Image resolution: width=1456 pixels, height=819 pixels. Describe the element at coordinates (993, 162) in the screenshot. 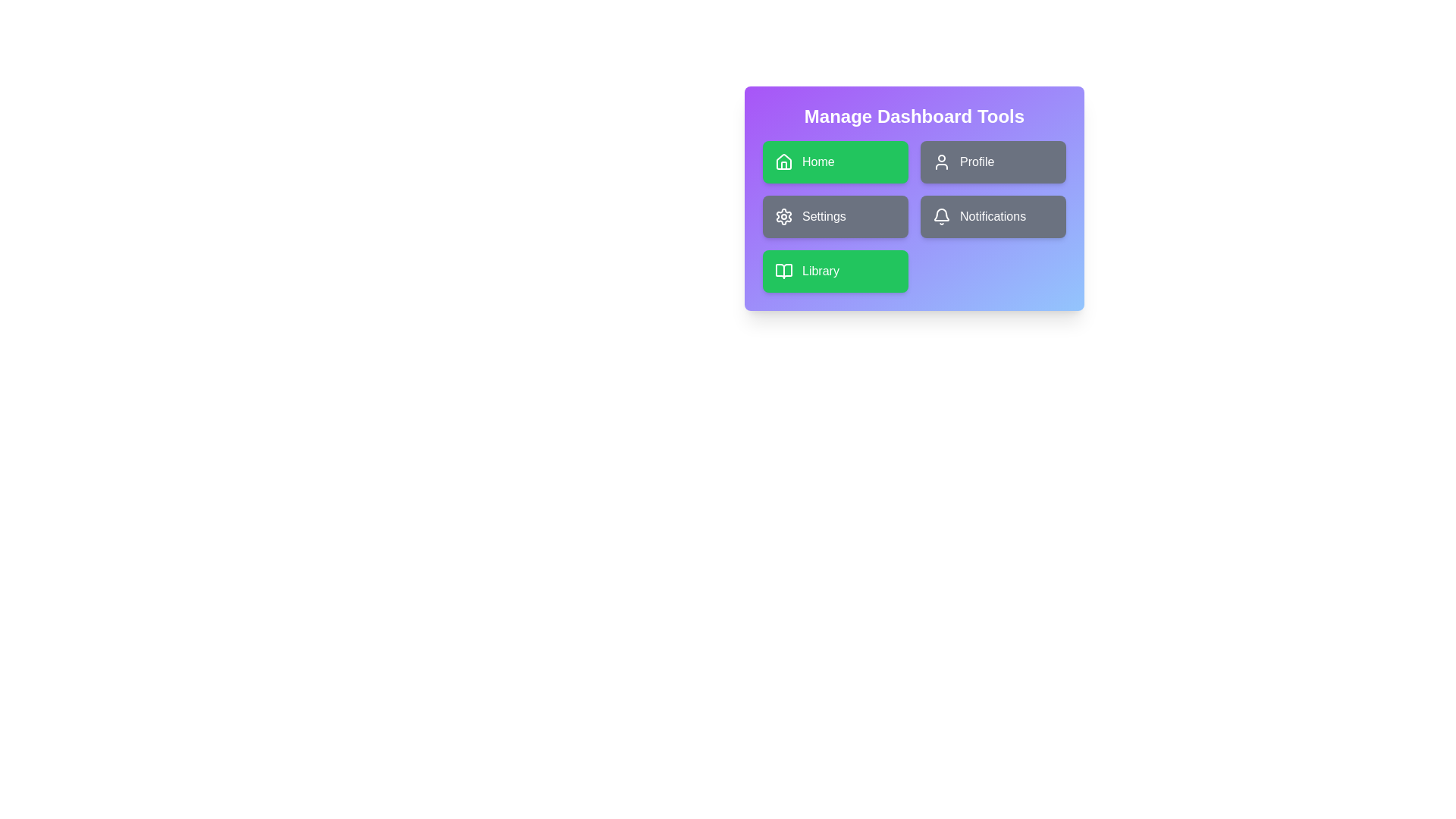

I see `the chip labeled Profile to toggle its selection state` at that location.